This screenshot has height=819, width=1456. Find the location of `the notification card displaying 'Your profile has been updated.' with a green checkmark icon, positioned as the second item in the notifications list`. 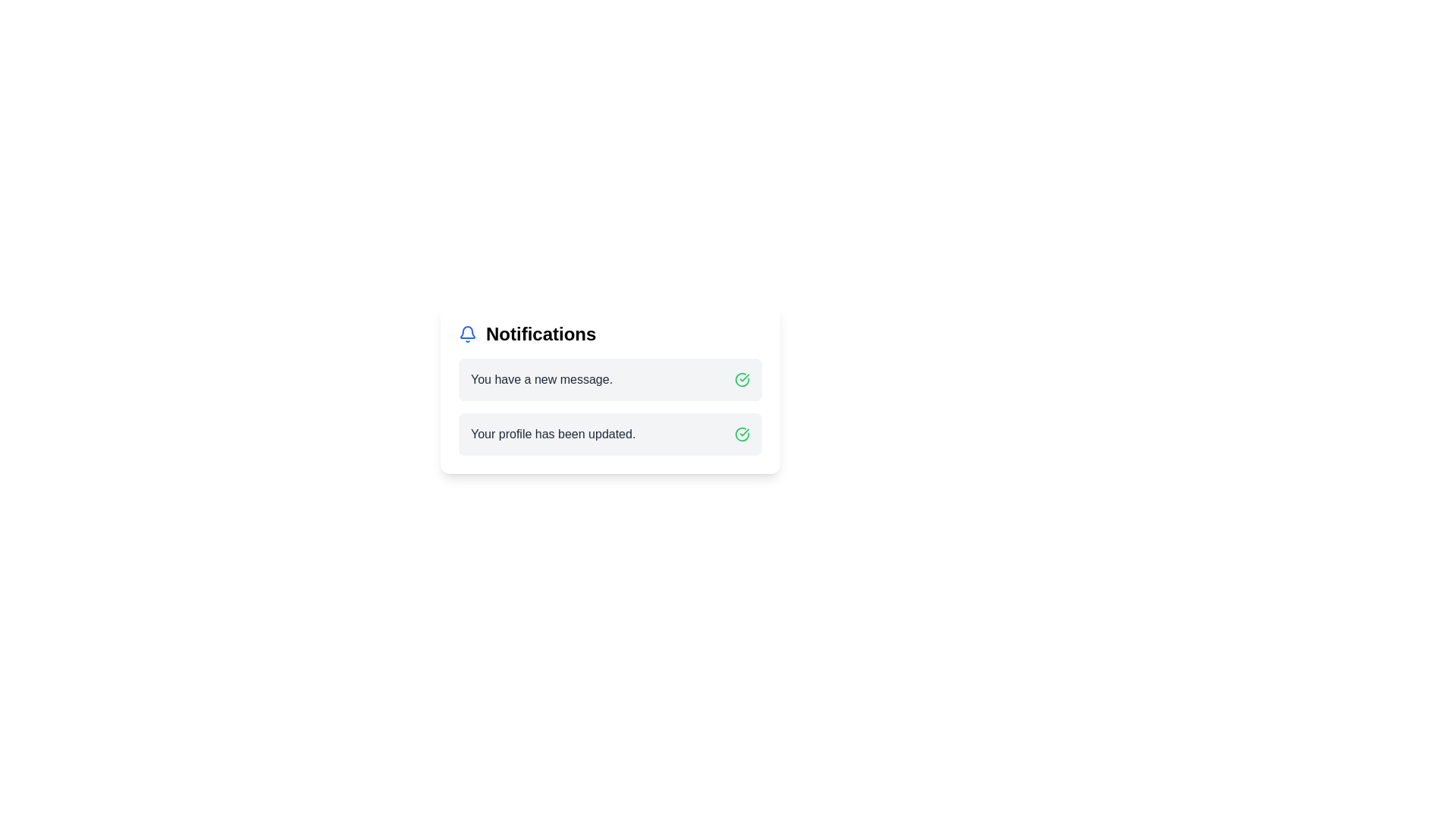

the notification card displaying 'Your profile has been updated.' with a green checkmark icon, positioned as the second item in the notifications list is located at coordinates (610, 435).